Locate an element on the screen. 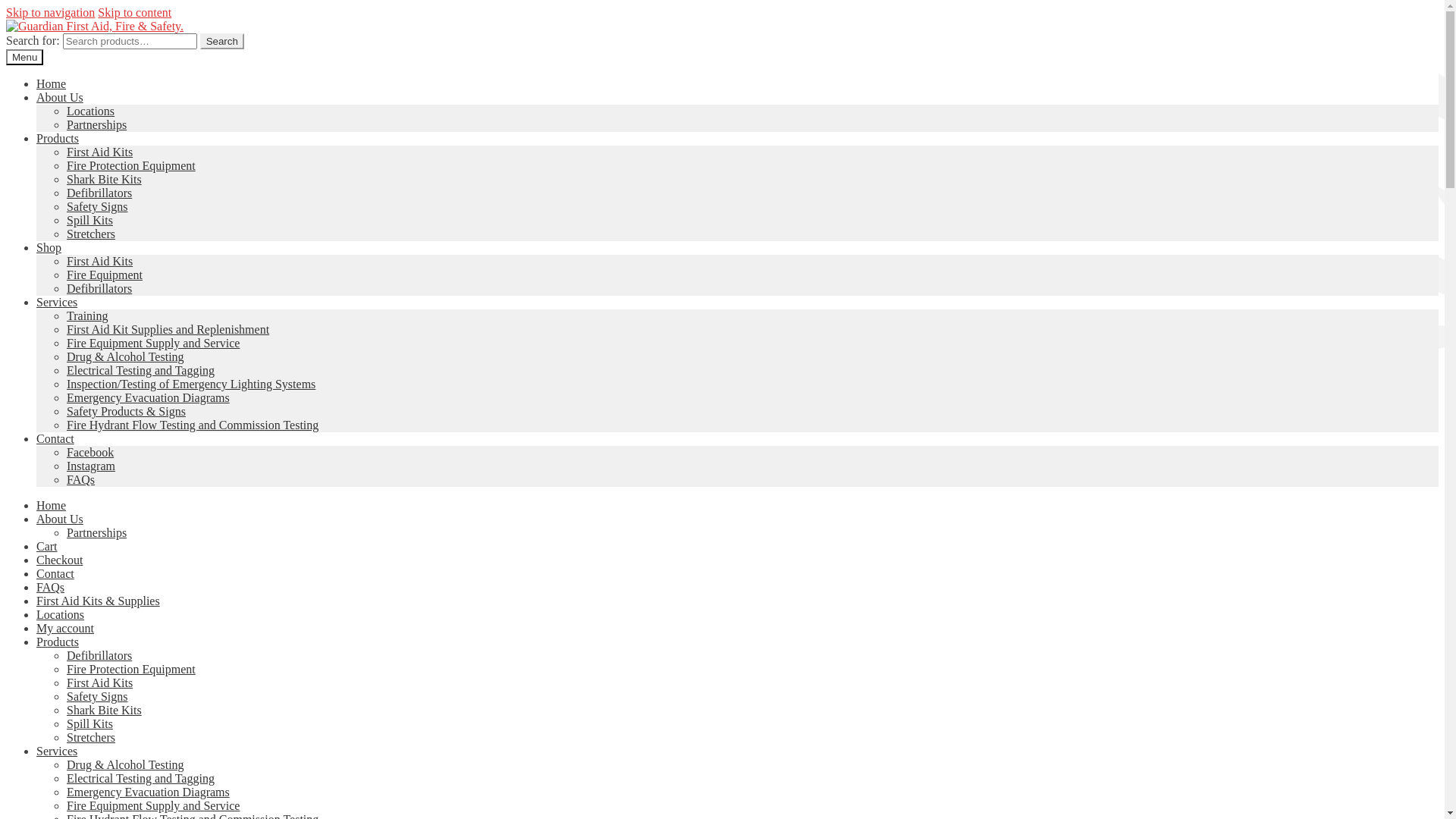 The width and height of the screenshot is (1456, 819). 'Facebook' is located at coordinates (89, 451).